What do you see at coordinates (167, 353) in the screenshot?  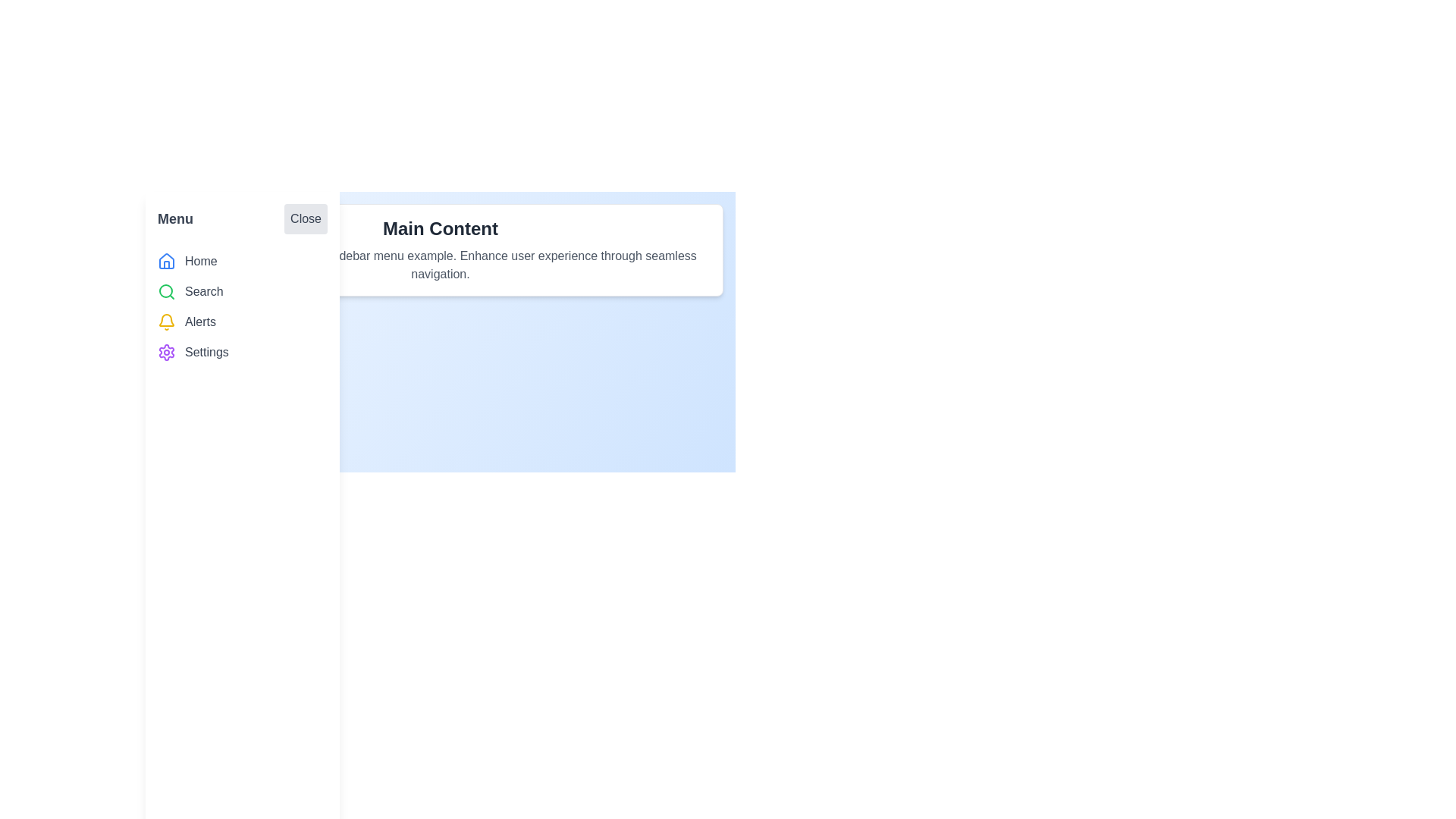 I see `the purple gear-shaped icon in the bottom section of the vertical navigation menu associated with the 'Settings' label` at bounding box center [167, 353].